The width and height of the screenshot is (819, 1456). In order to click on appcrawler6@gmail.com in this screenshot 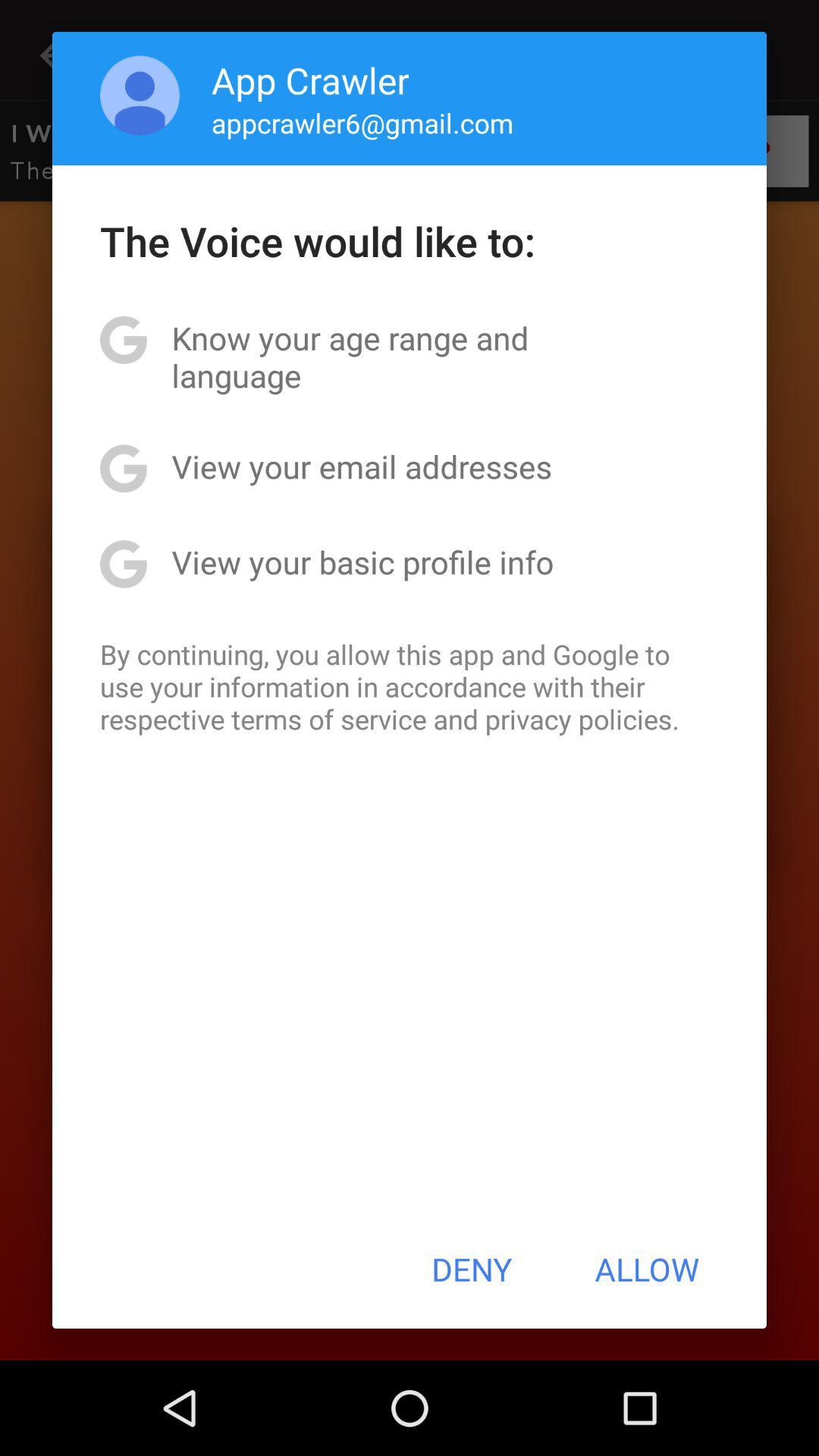, I will do `click(362, 123)`.